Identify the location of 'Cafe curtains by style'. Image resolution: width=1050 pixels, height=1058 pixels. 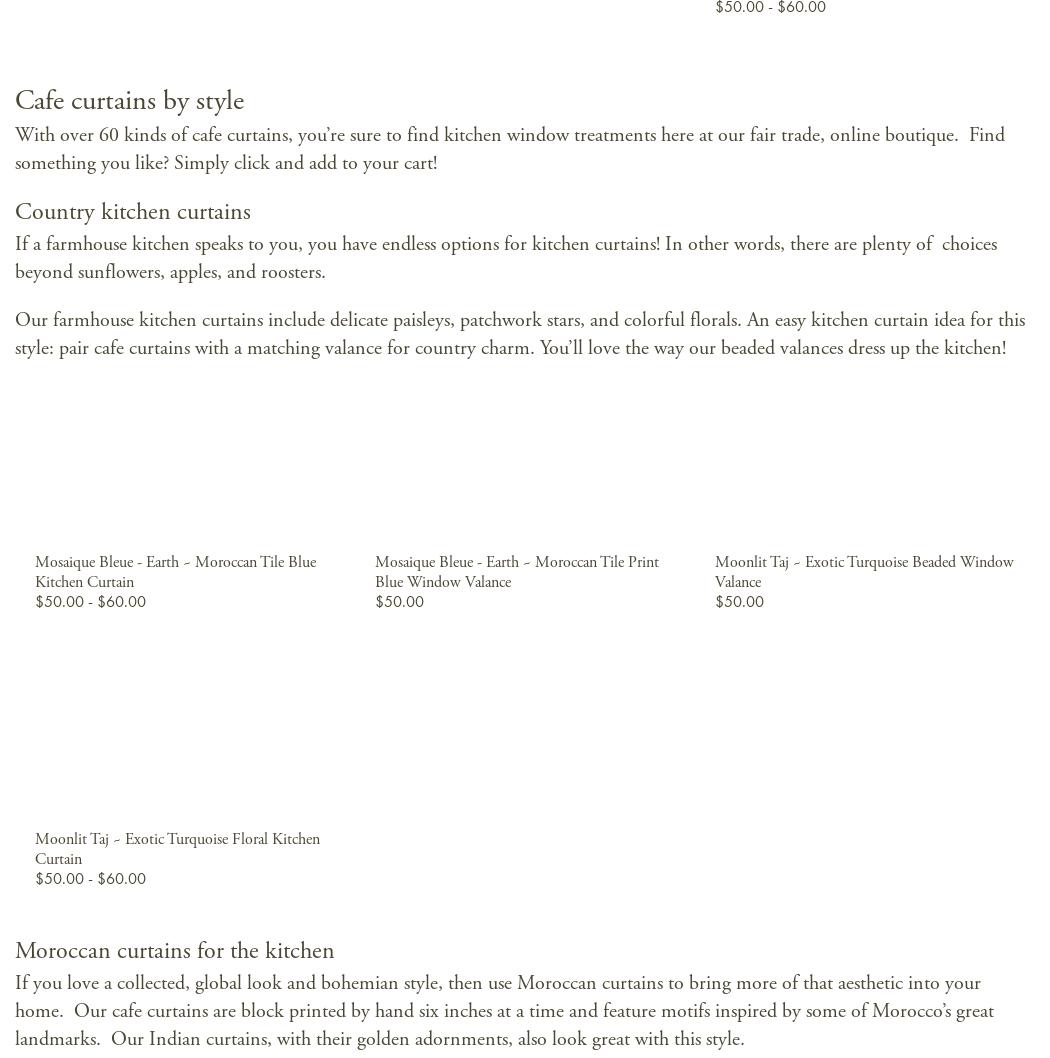
(128, 98).